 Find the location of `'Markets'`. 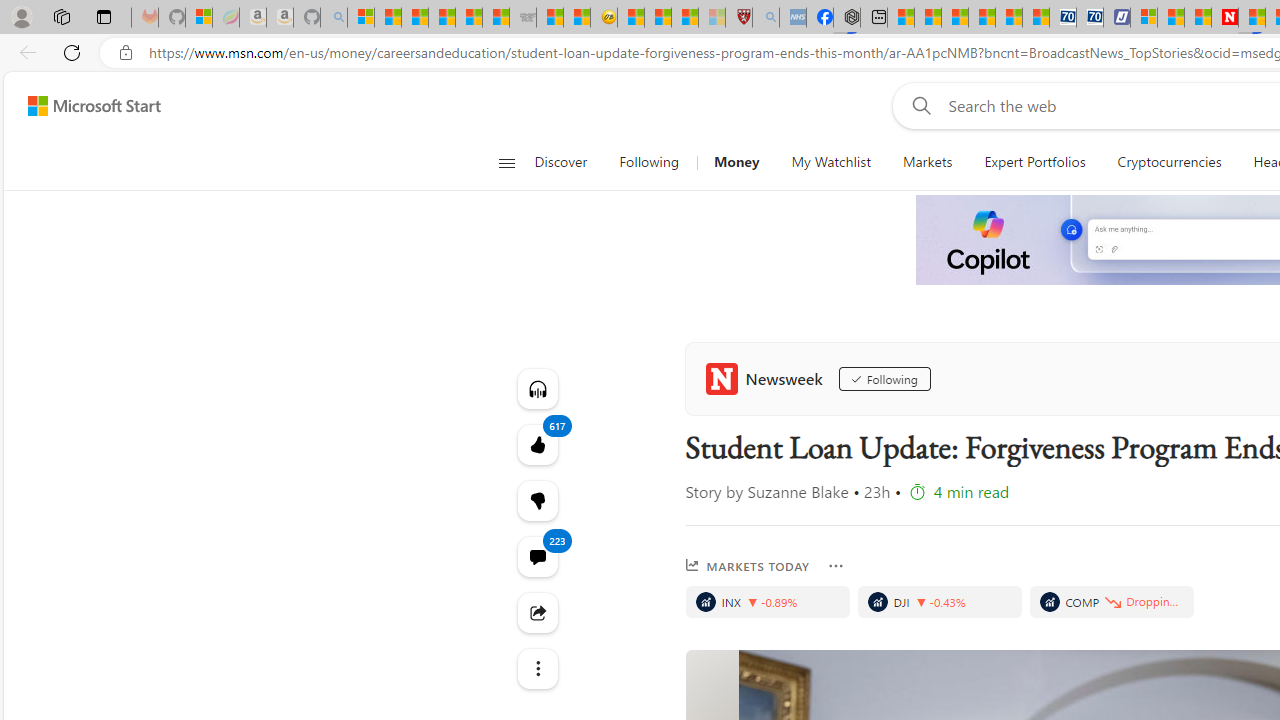

'Markets' is located at coordinates (926, 162).